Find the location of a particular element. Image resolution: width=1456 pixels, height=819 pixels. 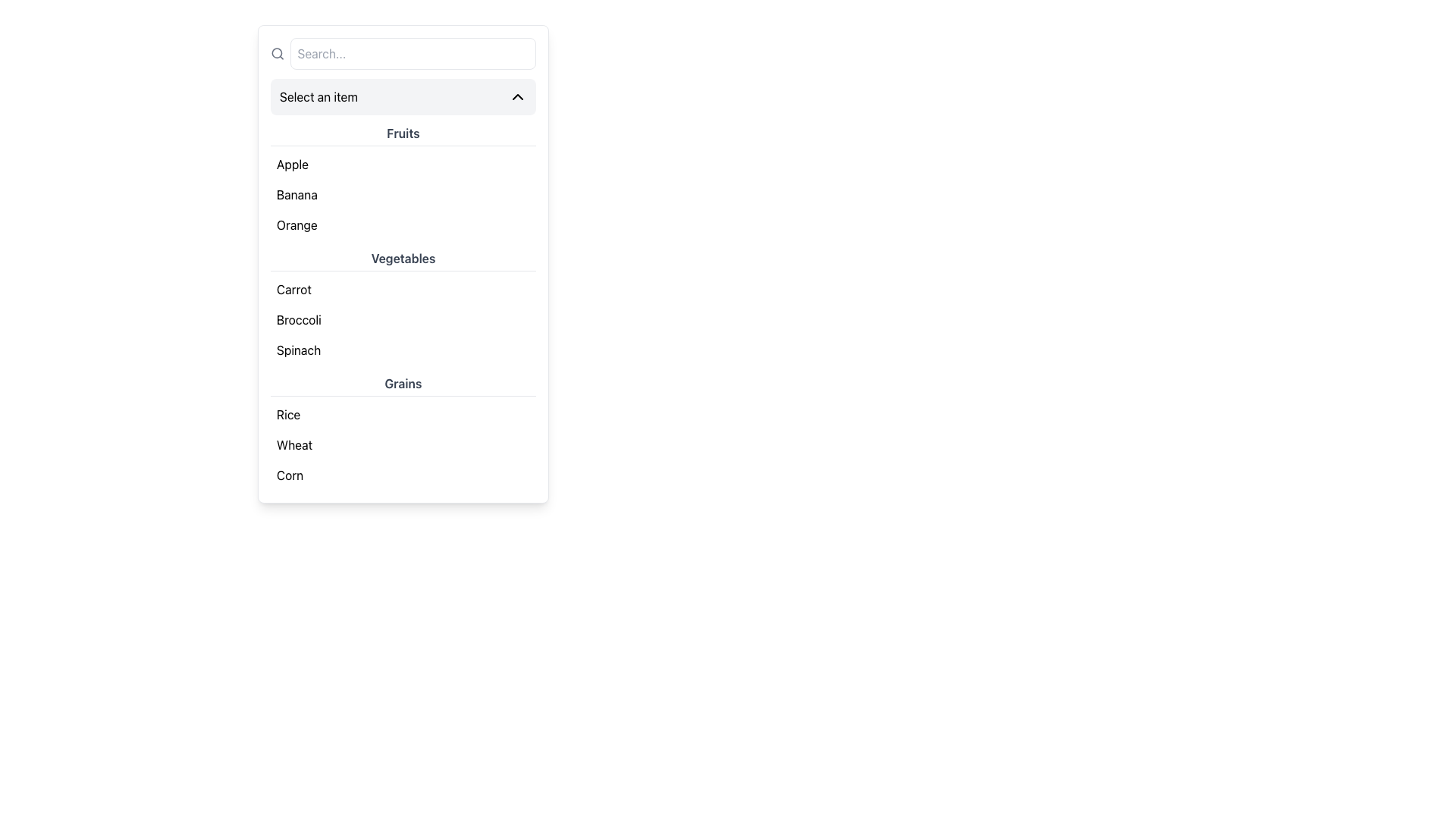

the Text label that indicates the action to be performed in the dropdown menu, located near the top-left corner of the dropdown component is located at coordinates (318, 96).